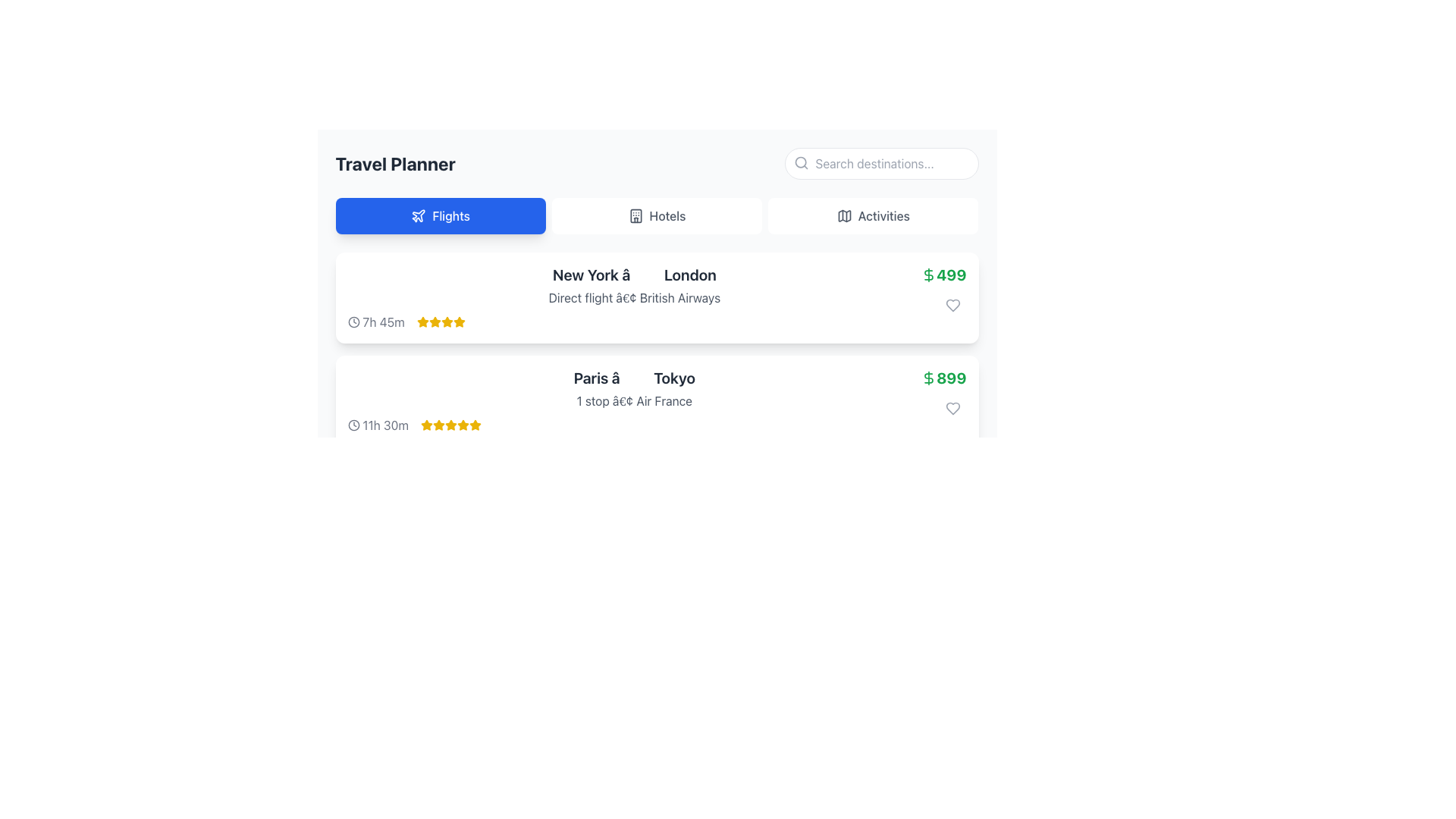  What do you see at coordinates (376, 321) in the screenshot?
I see `the text label displaying '7h 45m' with a clock icon, located in the first row of the Flight Planner interface, to the left of yellow stars` at bounding box center [376, 321].